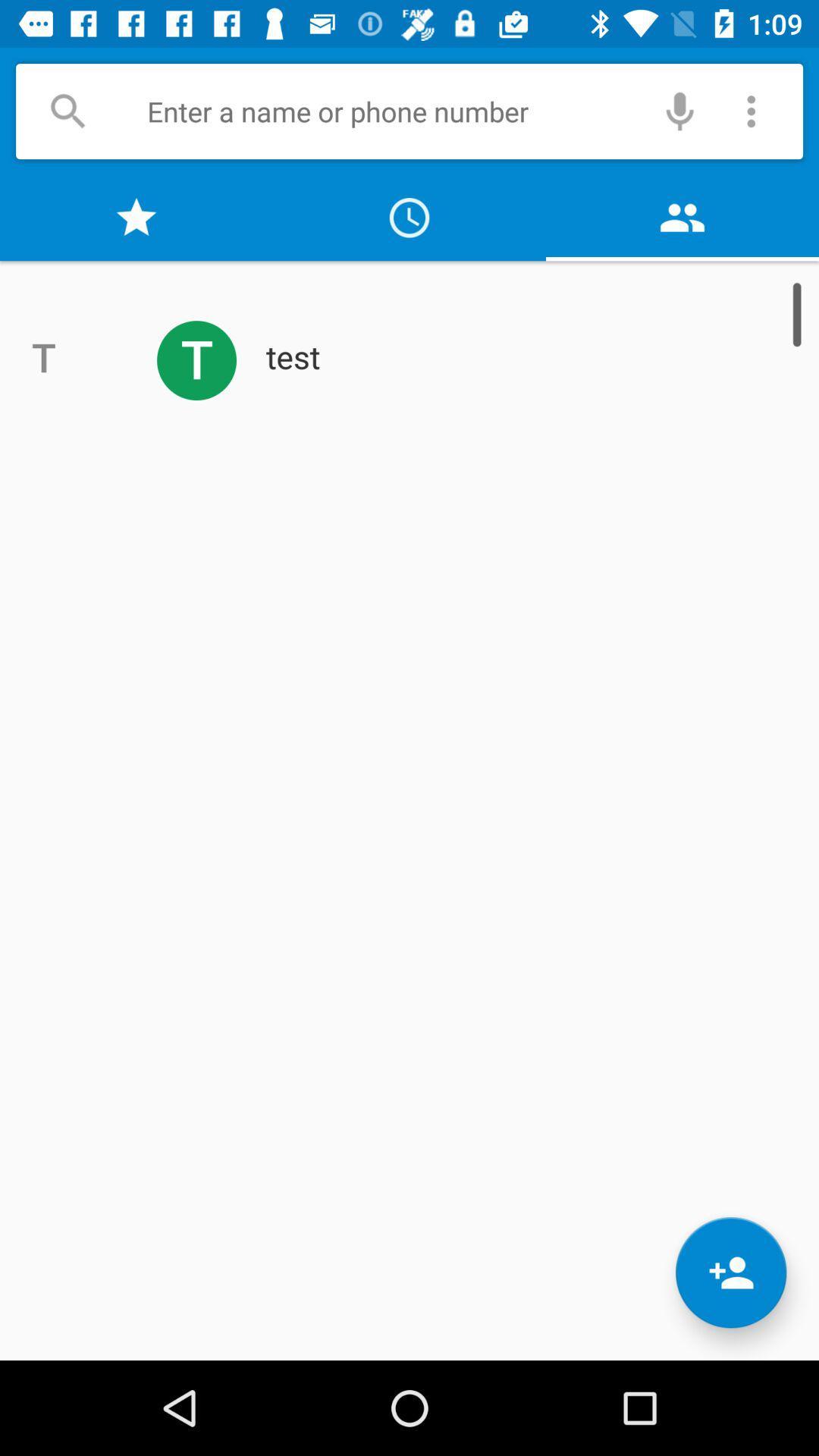  I want to click on the follow icon, so click(730, 1272).